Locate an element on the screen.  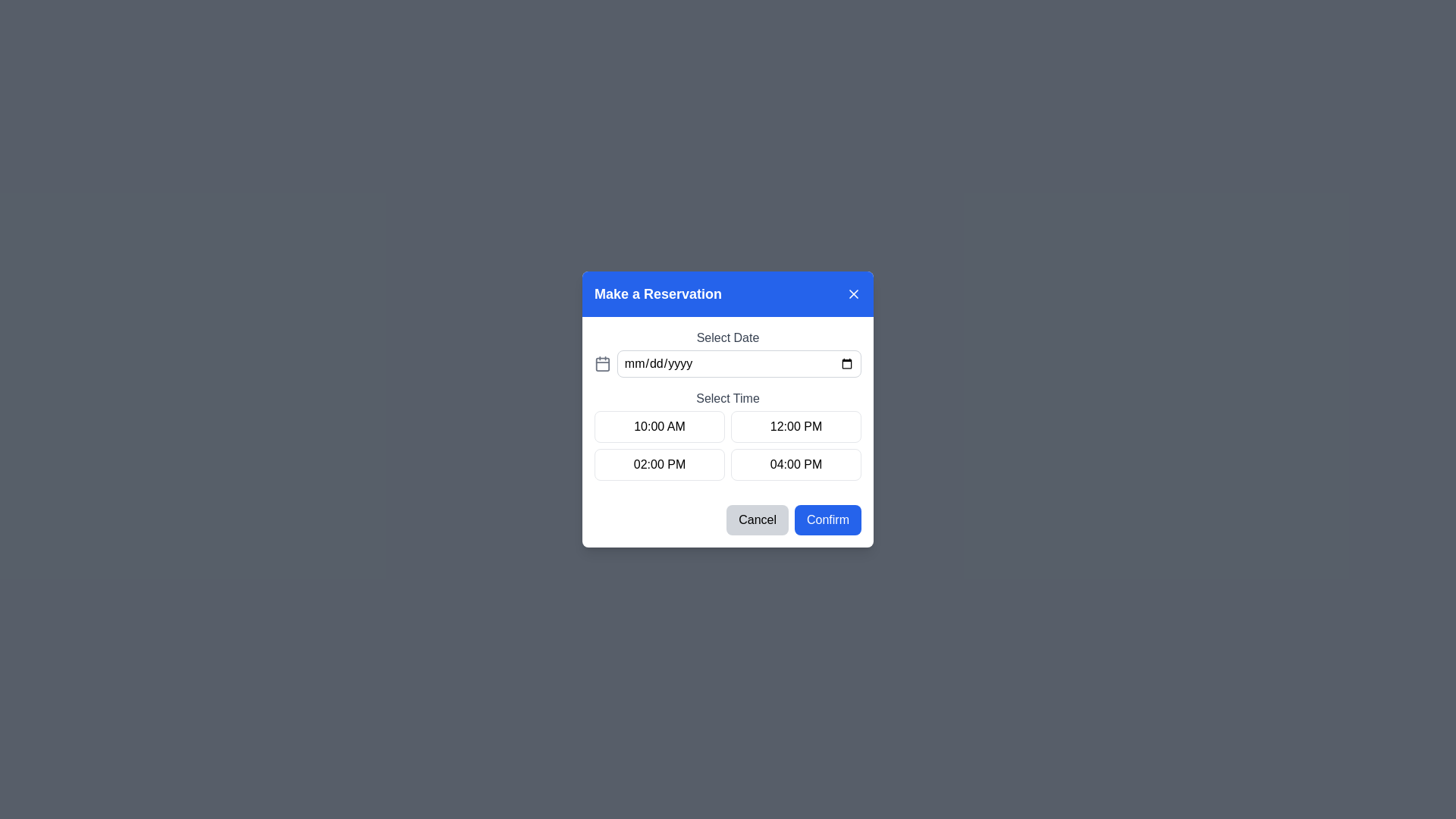
the calendar icon component, which is a rounded rectangle with a subtle gray outline, located above the 'Select Time' section in the reservation dialog box is located at coordinates (601, 364).